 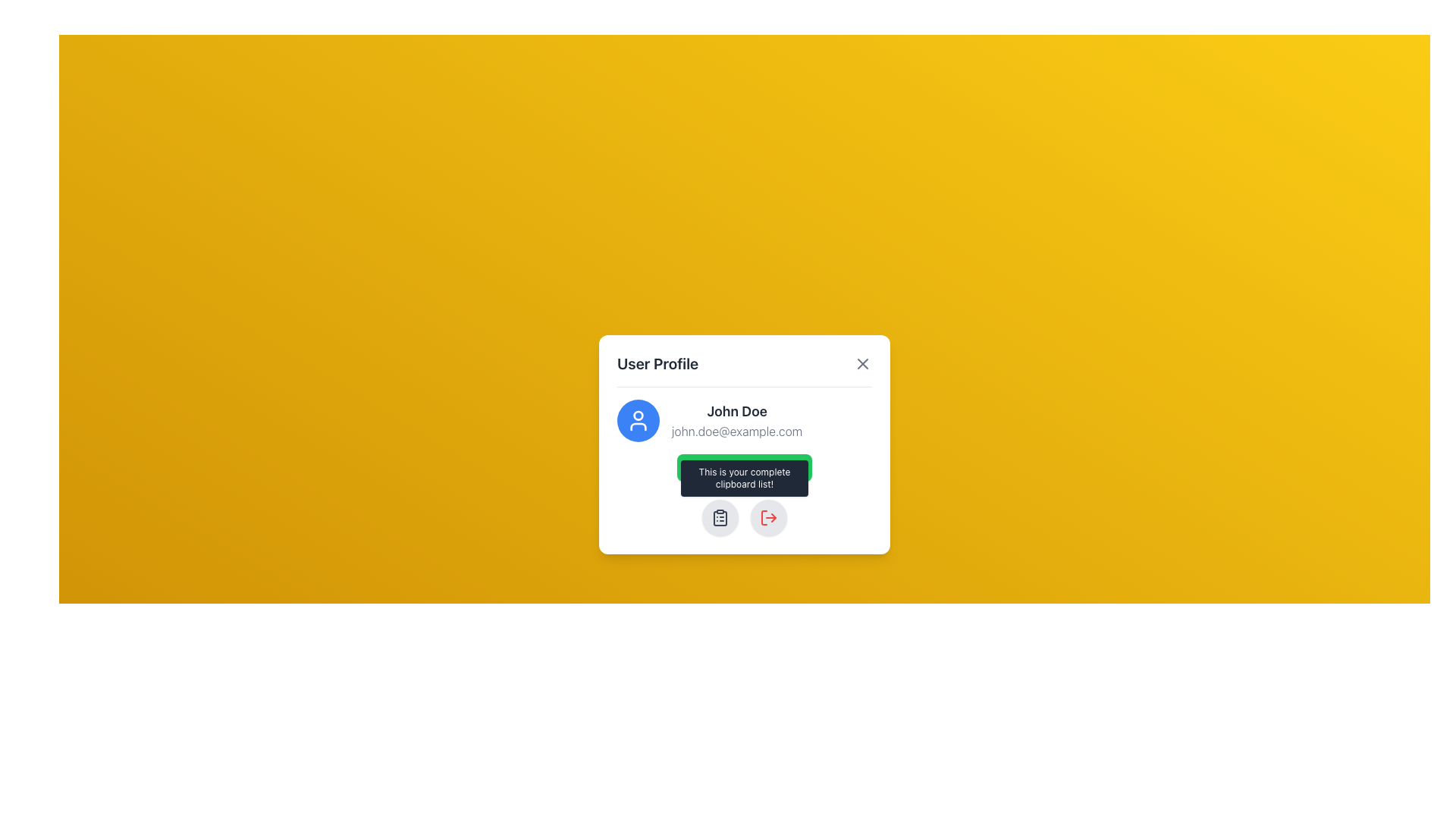 I want to click on the interactive button in the User Profile Card Segment to change its color, so click(x=745, y=439).